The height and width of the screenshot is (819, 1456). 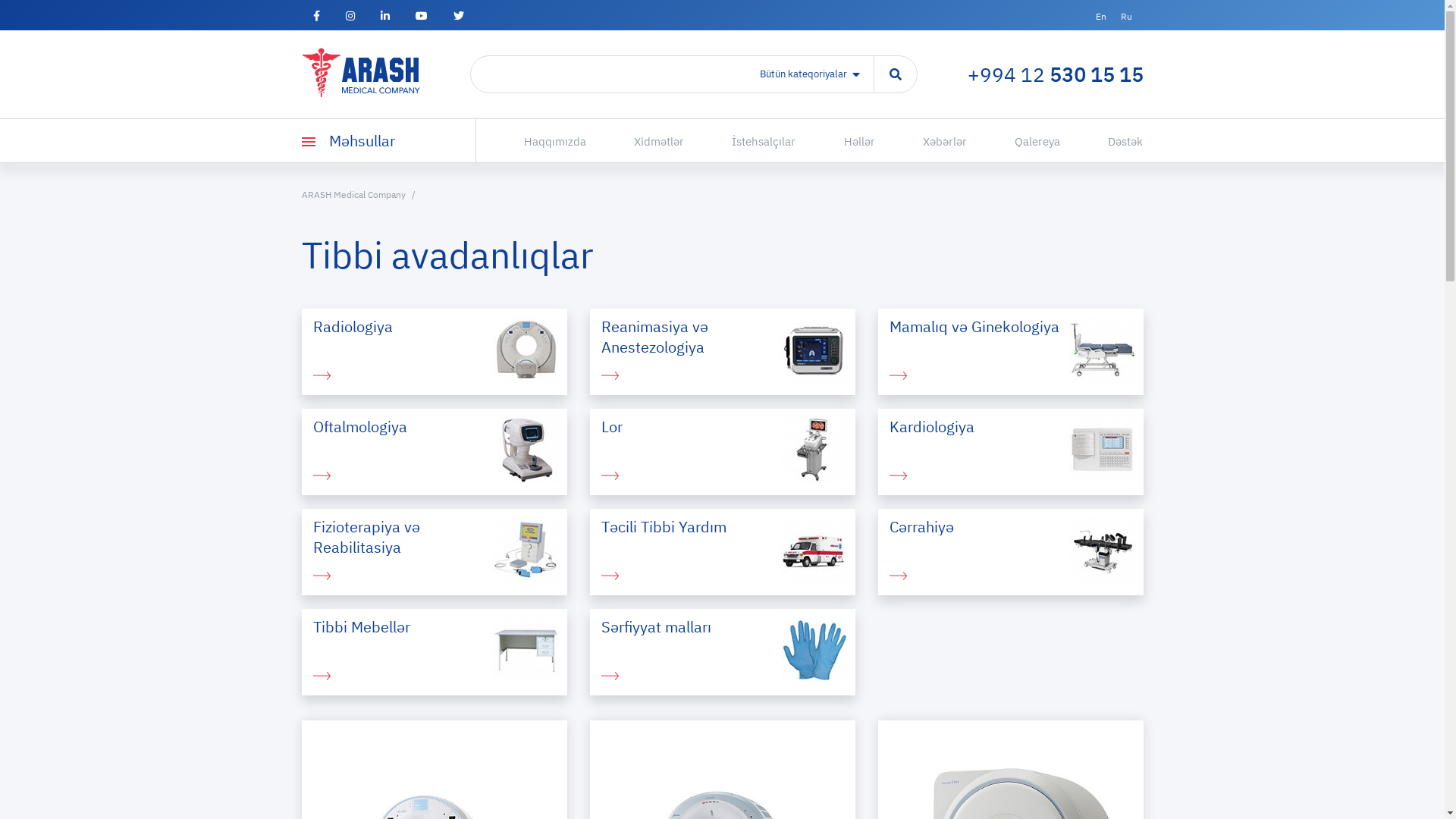 What do you see at coordinates (722, 451) in the screenshot?
I see `'Lor'` at bounding box center [722, 451].